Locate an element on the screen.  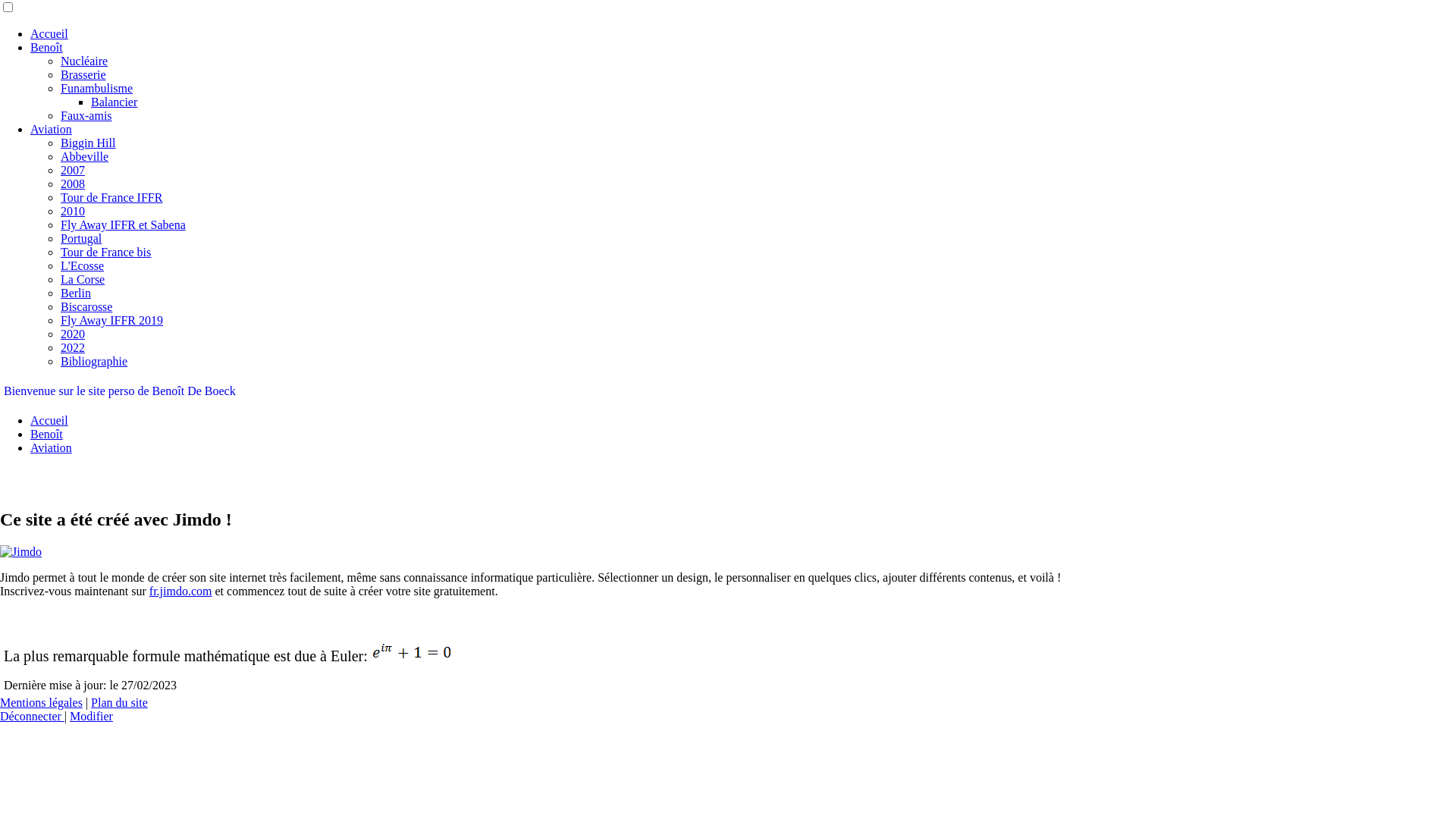
'Bibliographie' is located at coordinates (93, 361).